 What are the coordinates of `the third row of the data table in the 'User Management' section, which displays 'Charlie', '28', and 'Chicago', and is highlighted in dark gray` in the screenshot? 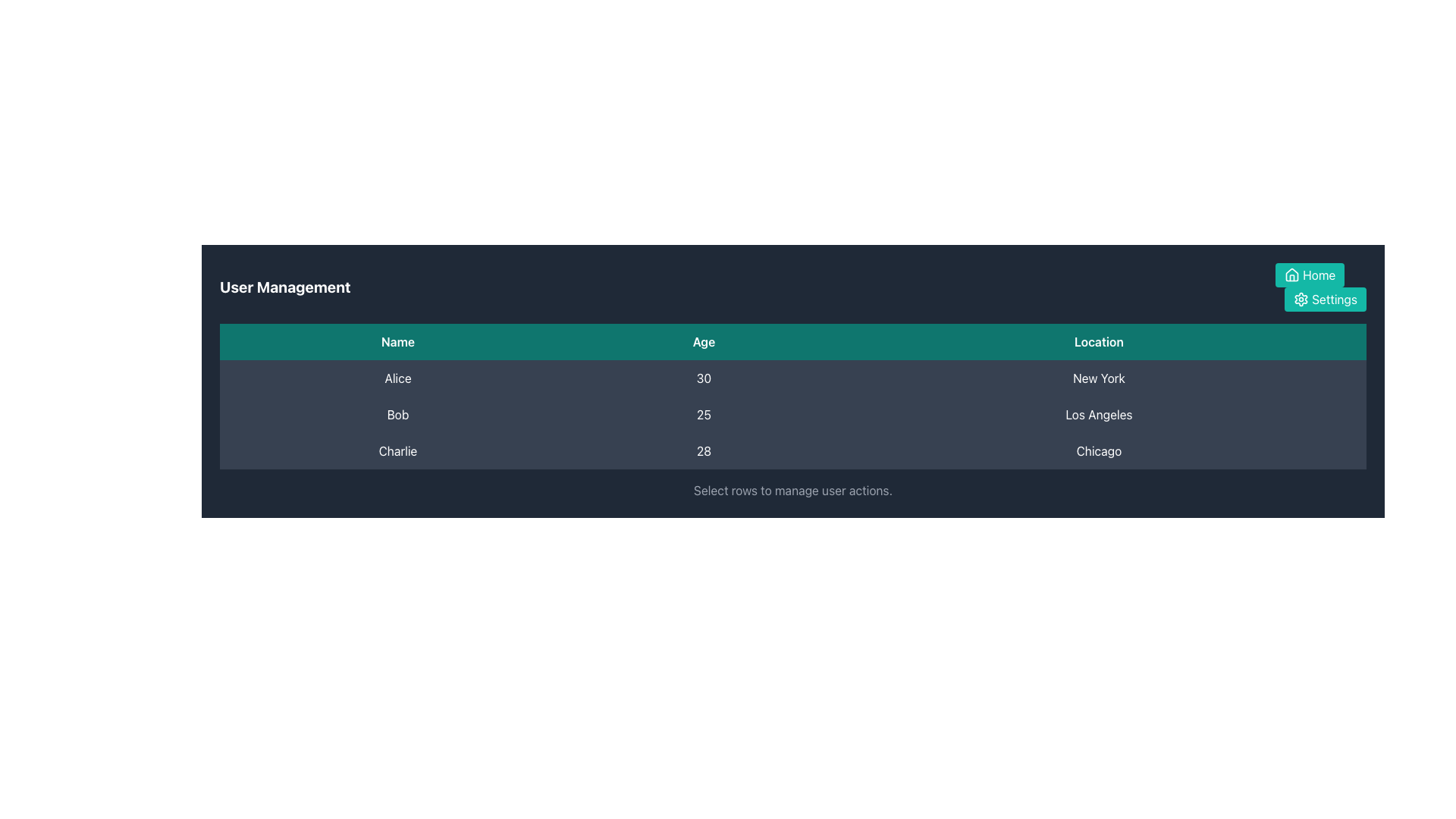 It's located at (792, 450).